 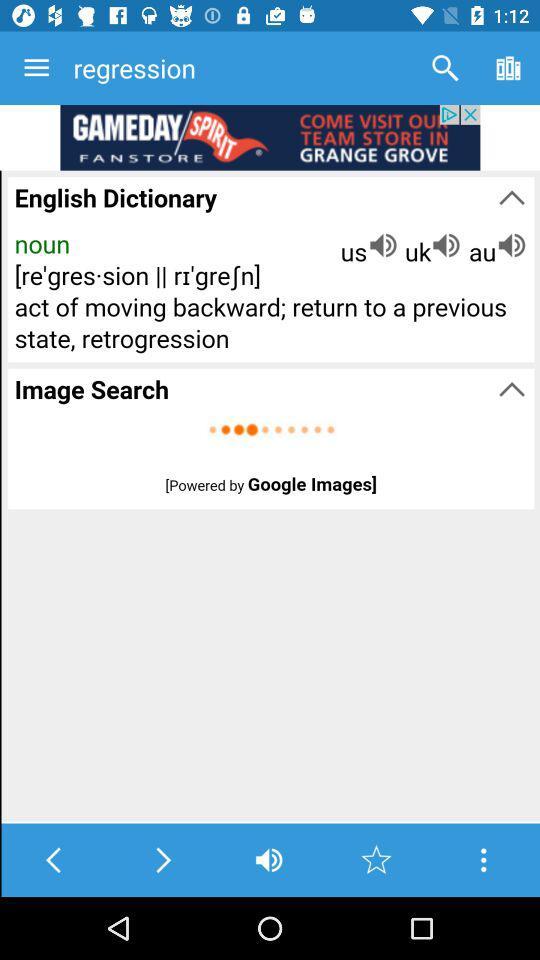 I want to click on the arrow_forward icon, so click(x=161, y=859).